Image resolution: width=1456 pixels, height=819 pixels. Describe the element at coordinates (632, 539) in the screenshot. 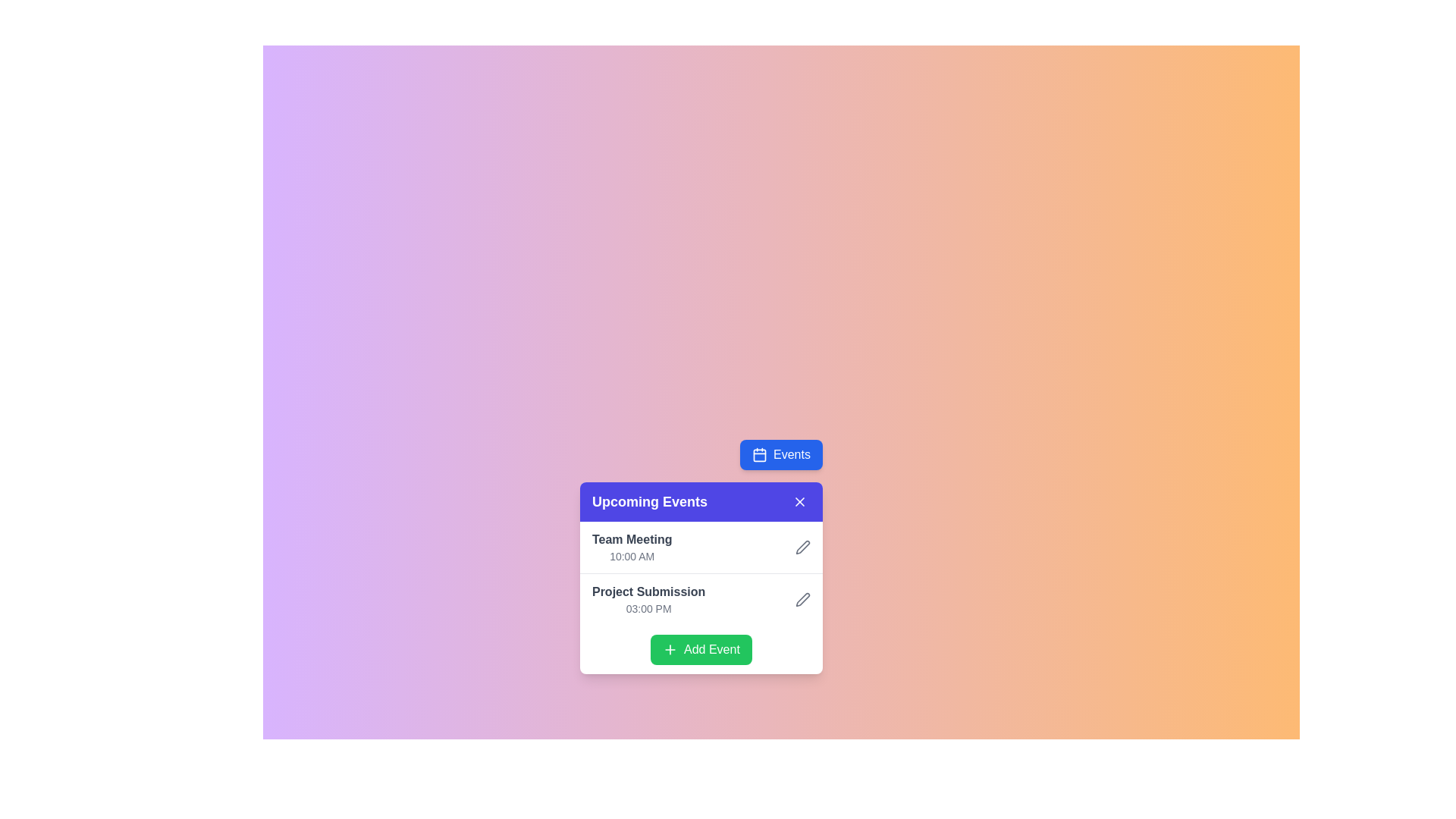

I see `the 'Team Meeting' text label located in the 'Upcoming Events' list, positioned above the time '10:00 AM.'` at that location.